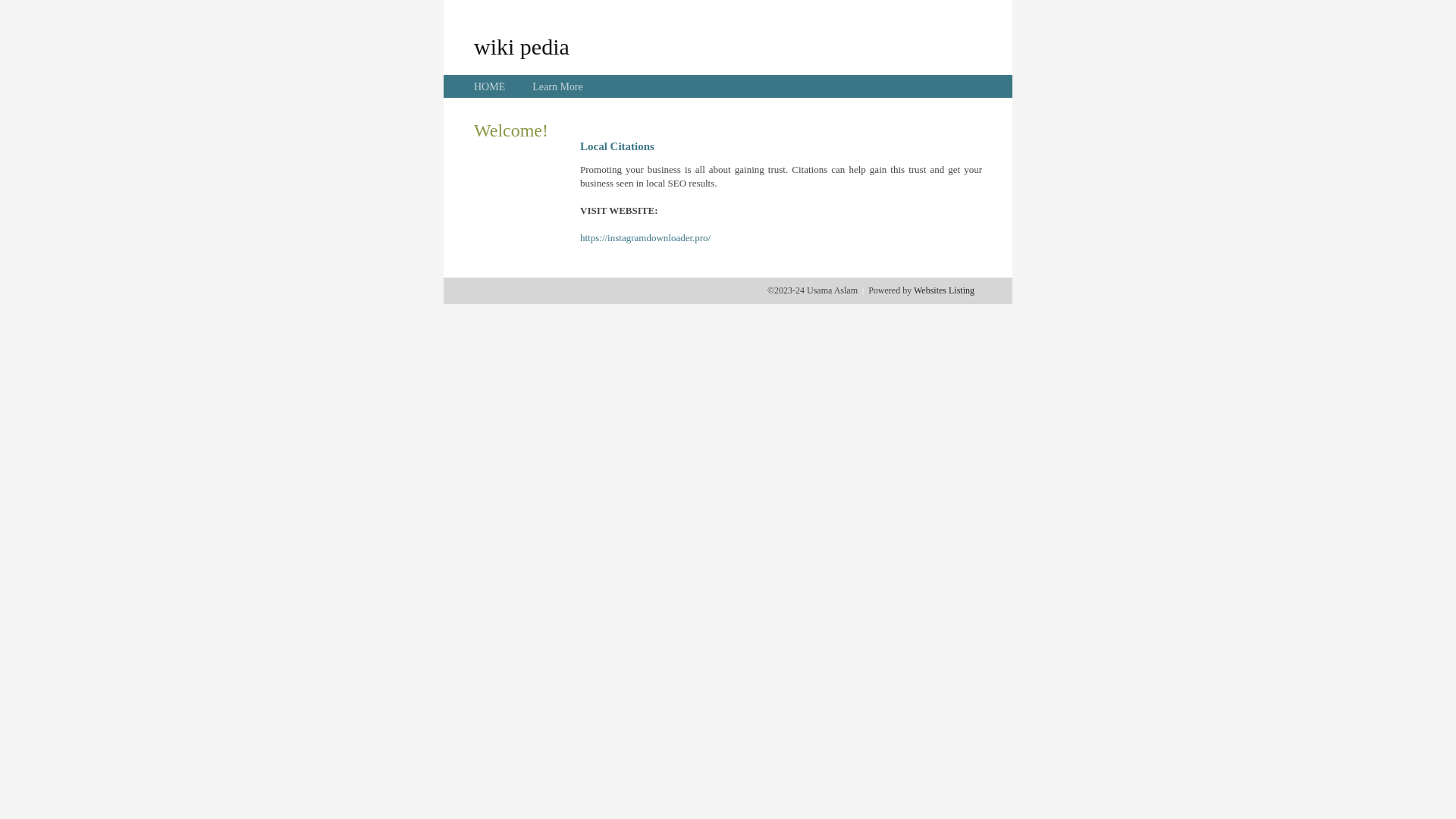 The height and width of the screenshot is (819, 1456). I want to click on 'https://instagramdownloader.pro/', so click(645, 237).